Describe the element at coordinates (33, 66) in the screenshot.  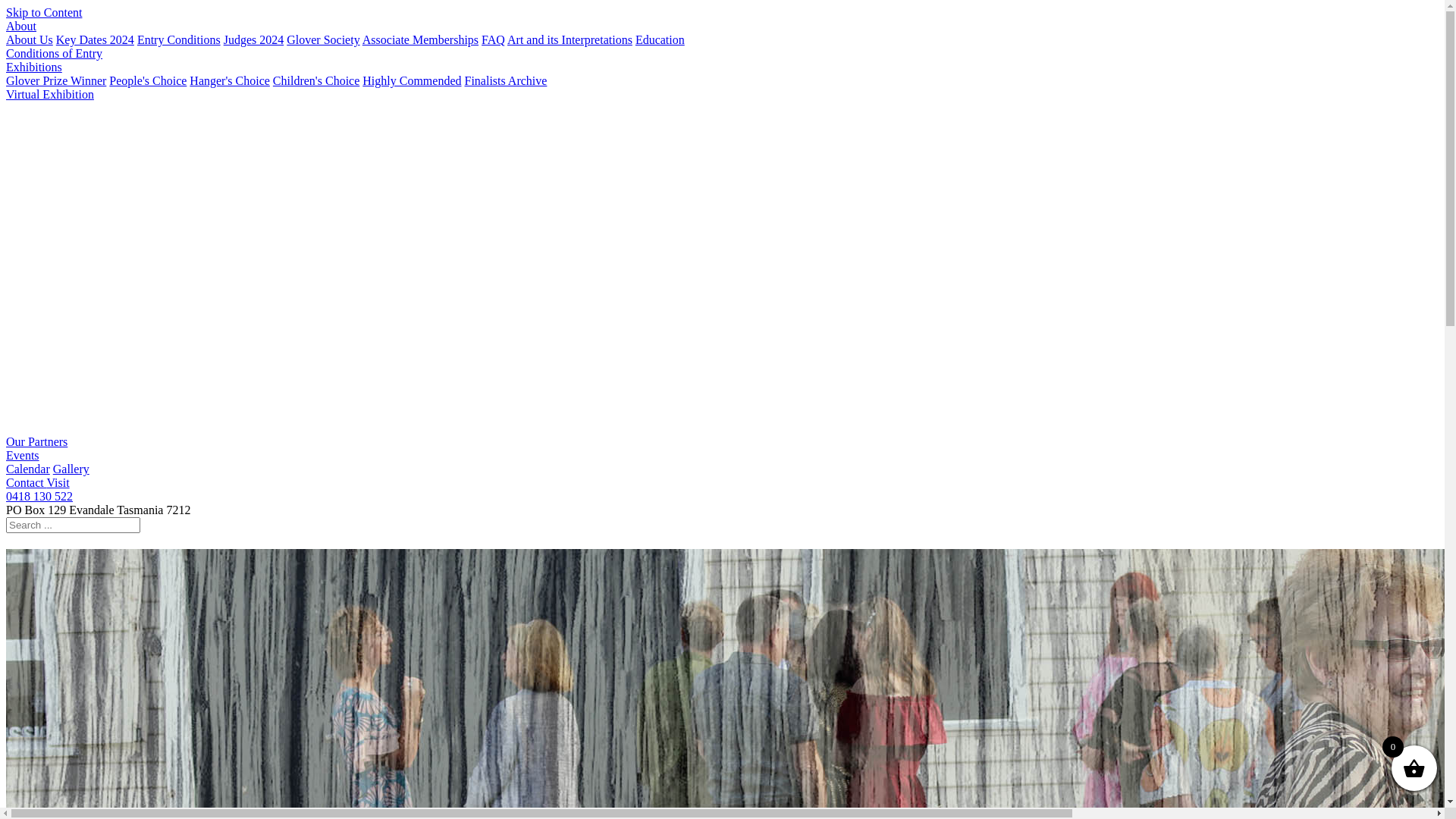
I see `'Exhibitions'` at that location.